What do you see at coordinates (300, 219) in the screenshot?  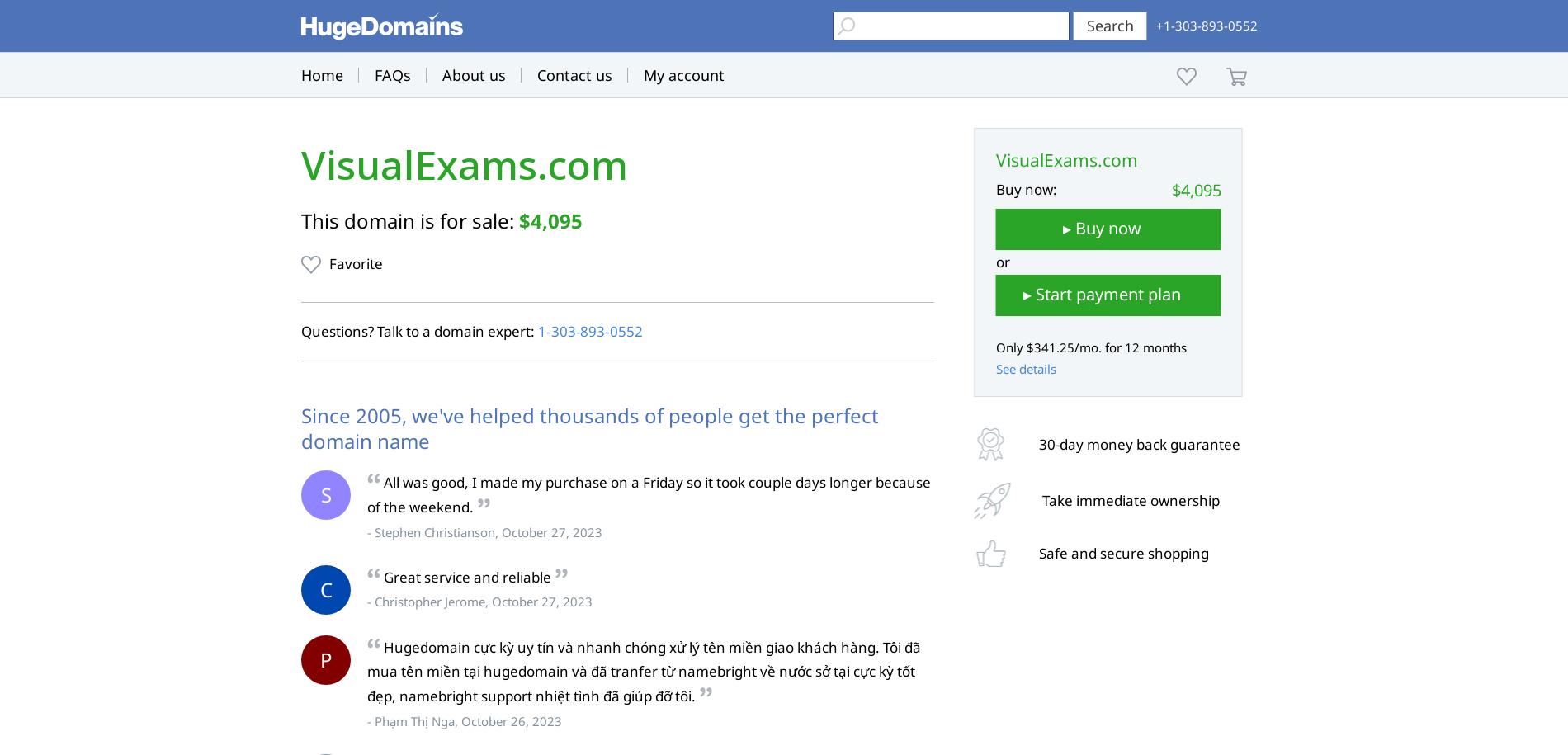 I see `'This domain is for sale:'` at bounding box center [300, 219].